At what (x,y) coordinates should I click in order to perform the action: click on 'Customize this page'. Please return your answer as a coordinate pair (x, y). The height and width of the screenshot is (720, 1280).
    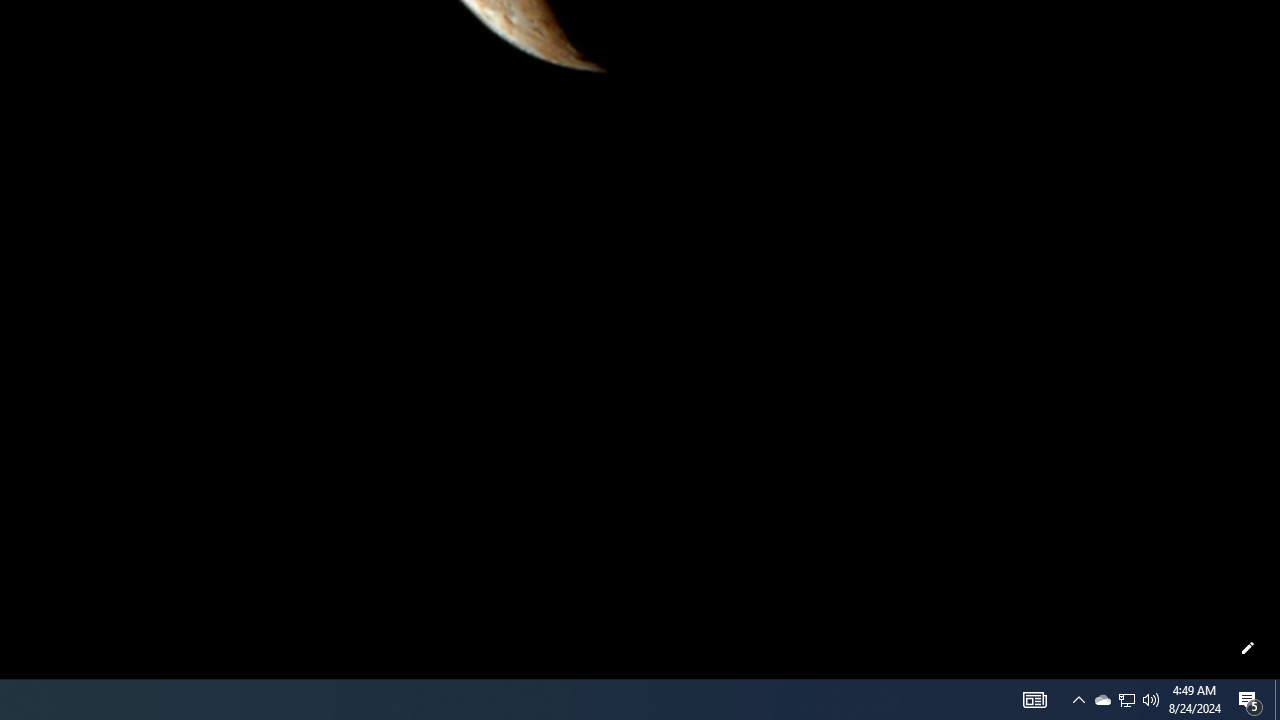
    Looking at the image, I should click on (1247, 648).